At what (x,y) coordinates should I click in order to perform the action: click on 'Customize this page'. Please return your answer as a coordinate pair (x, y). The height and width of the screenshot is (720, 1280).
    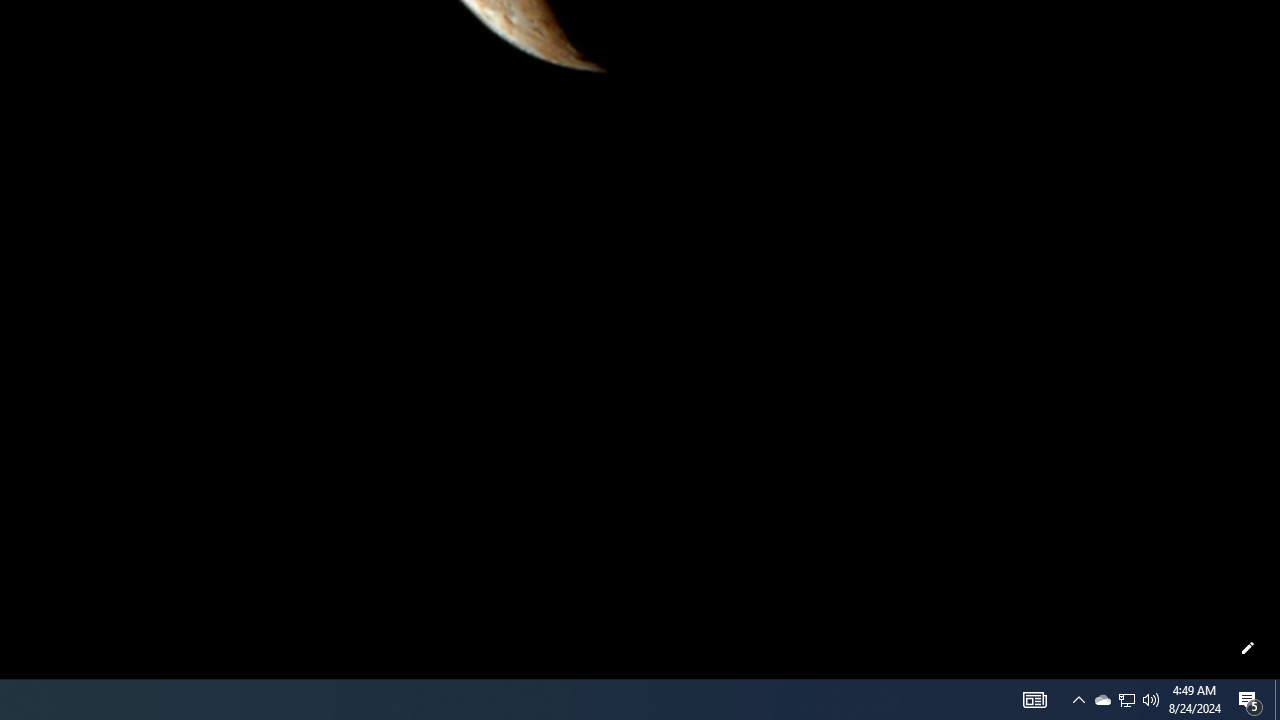
    Looking at the image, I should click on (1247, 648).